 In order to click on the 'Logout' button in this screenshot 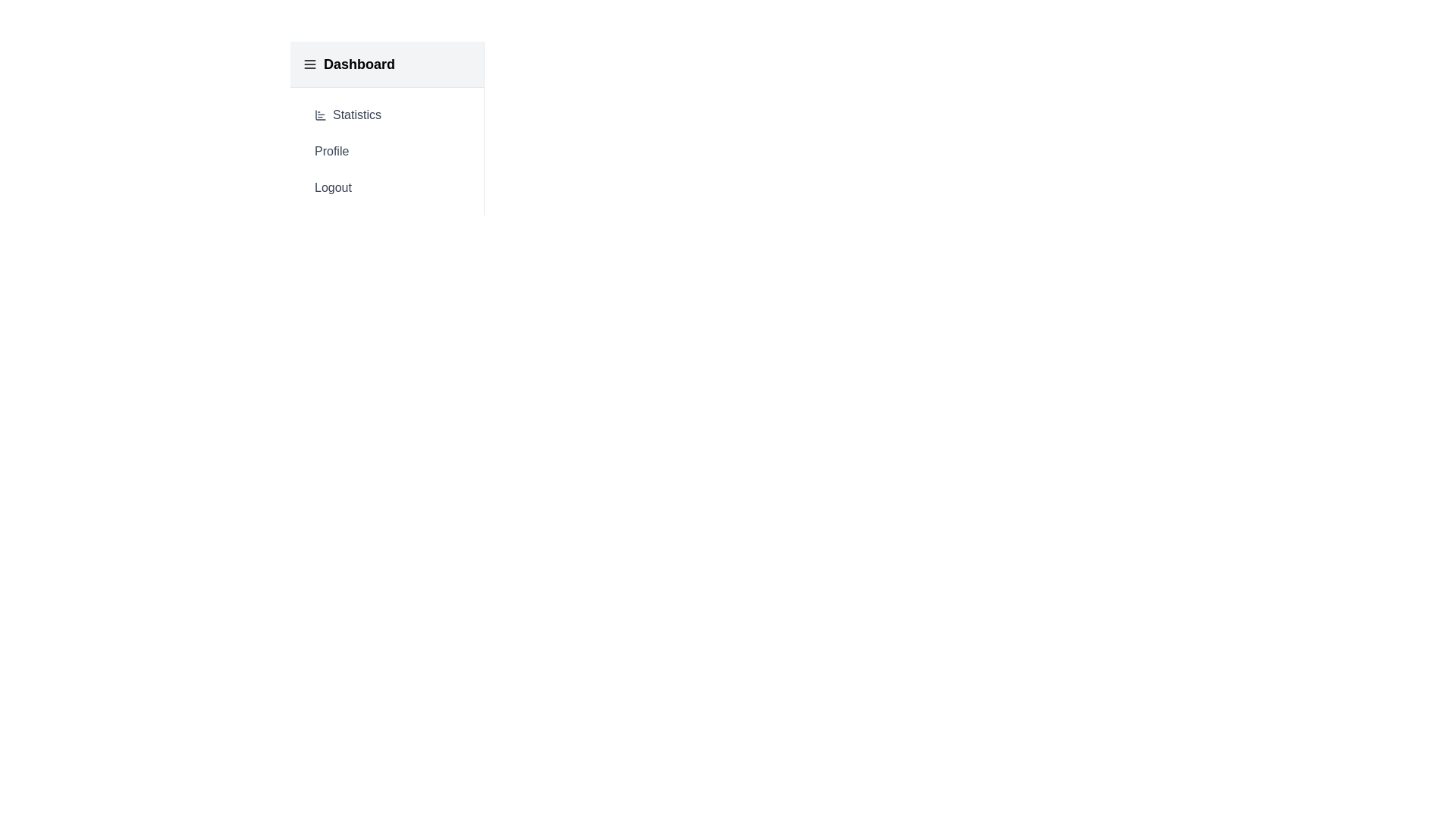, I will do `click(387, 187)`.